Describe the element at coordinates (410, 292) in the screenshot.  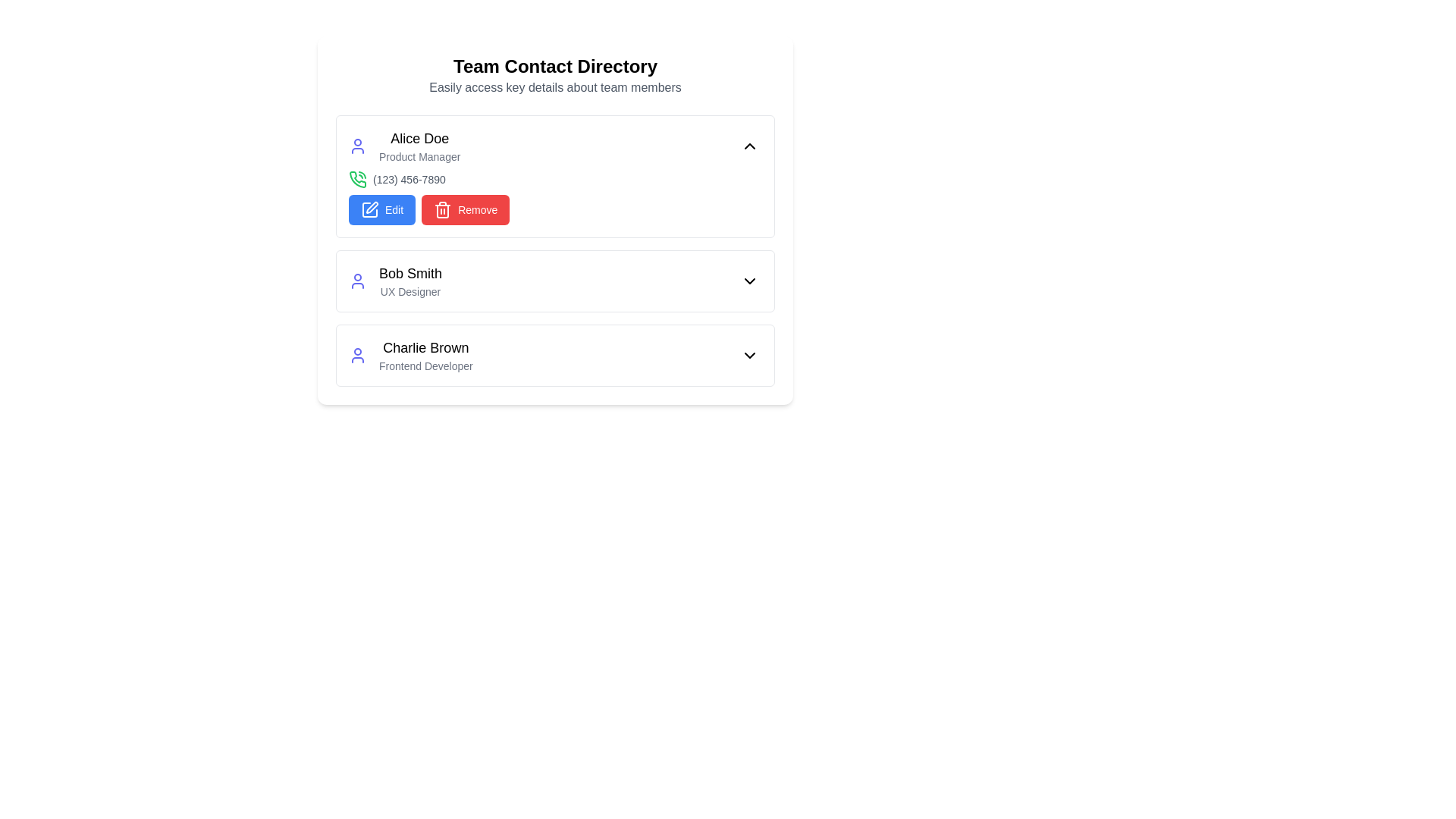
I see `the text label indicating the professional role of the contact 'Bob Smith', which is located beneath the name 'Bob Smith' in the center region of the contact card` at that location.